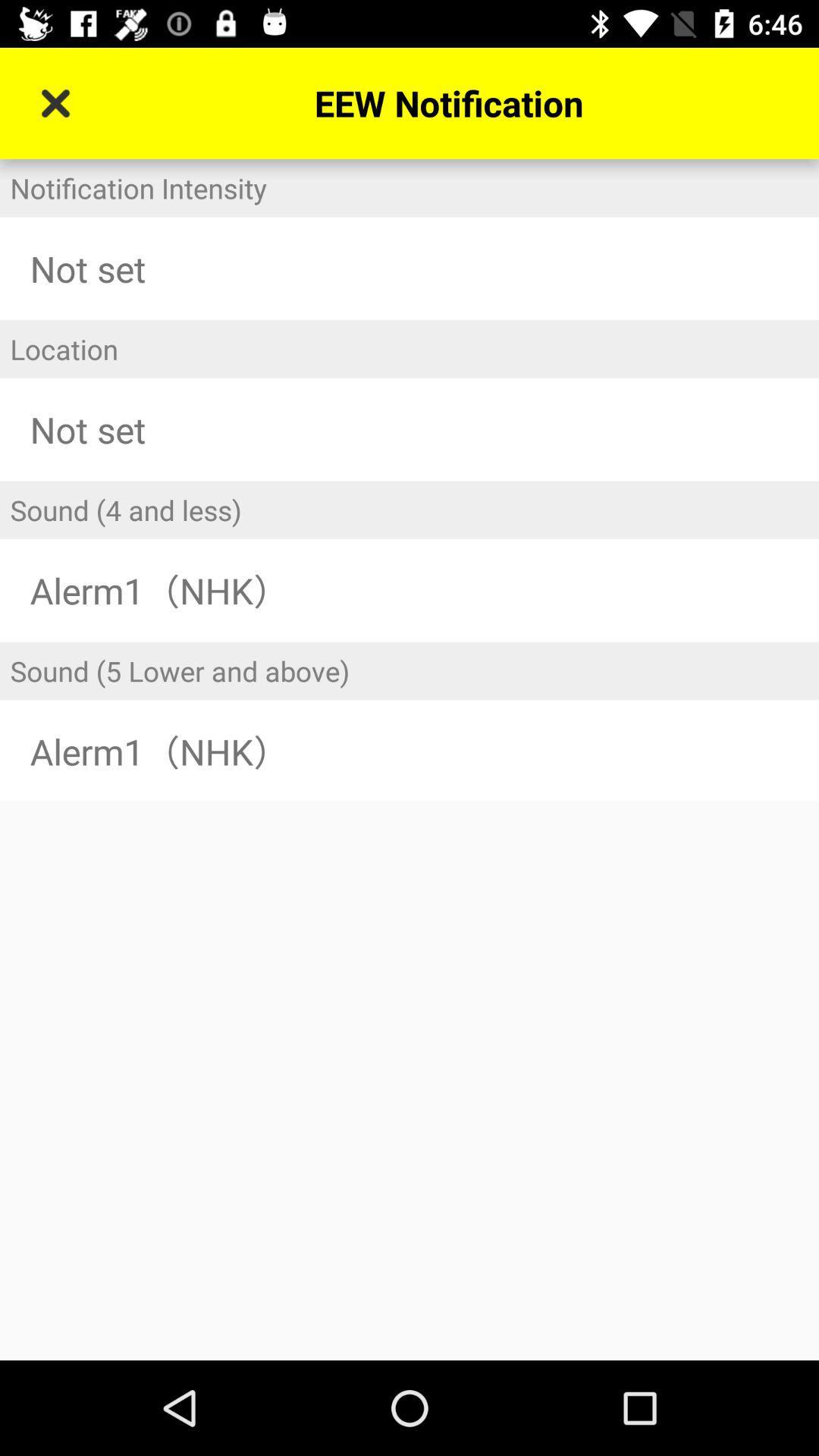 The image size is (819, 1456). Describe the element at coordinates (55, 102) in the screenshot. I see `icon above notification intensity icon` at that location.